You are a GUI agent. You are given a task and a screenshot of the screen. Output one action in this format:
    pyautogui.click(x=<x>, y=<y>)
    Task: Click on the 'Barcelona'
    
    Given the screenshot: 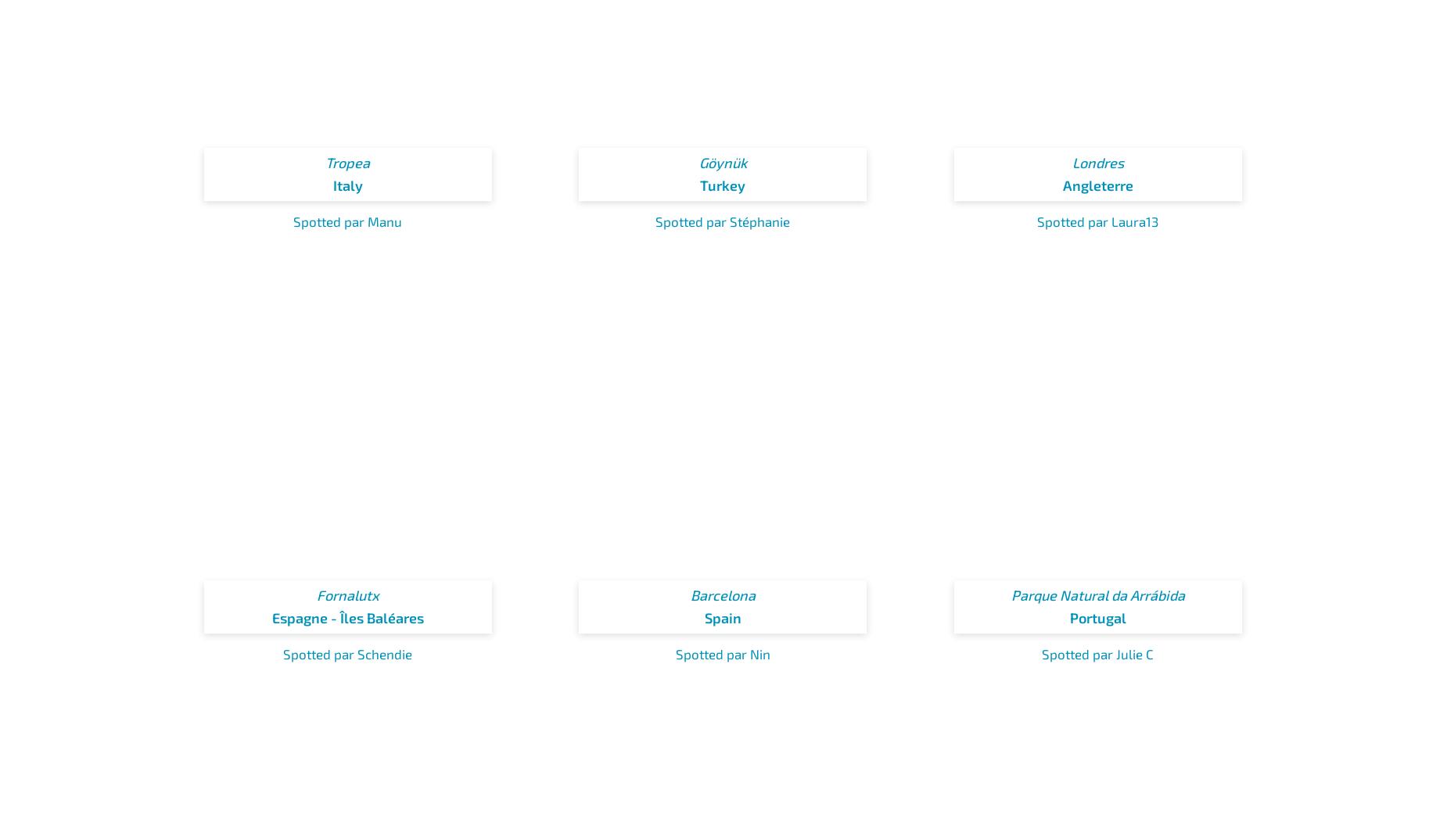 What is the action you would take?
    pyautogui.click(x=690, y=594)
    